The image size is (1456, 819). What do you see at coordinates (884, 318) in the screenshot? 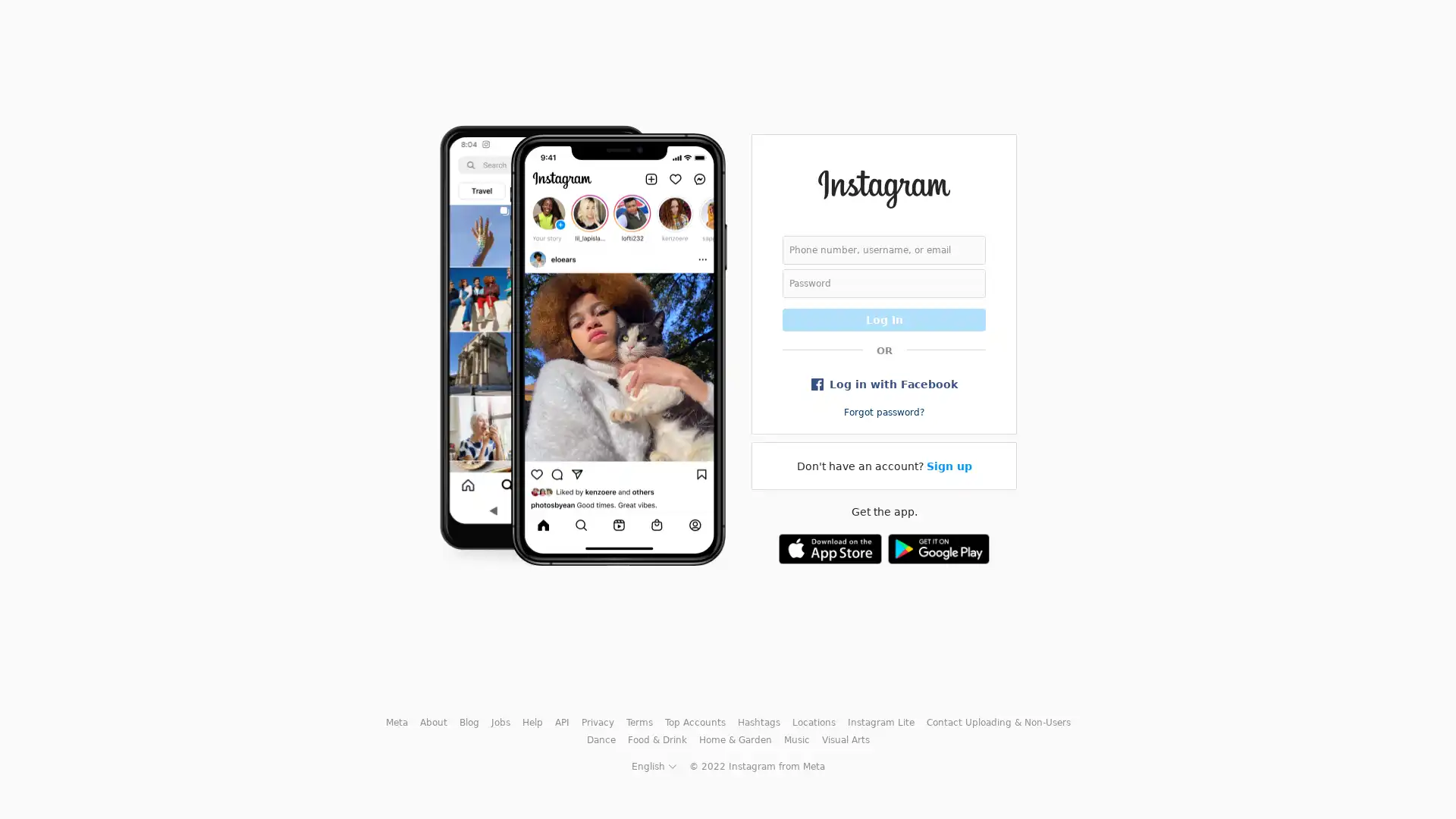
I see `Log In` at bounding box center [884, 318].